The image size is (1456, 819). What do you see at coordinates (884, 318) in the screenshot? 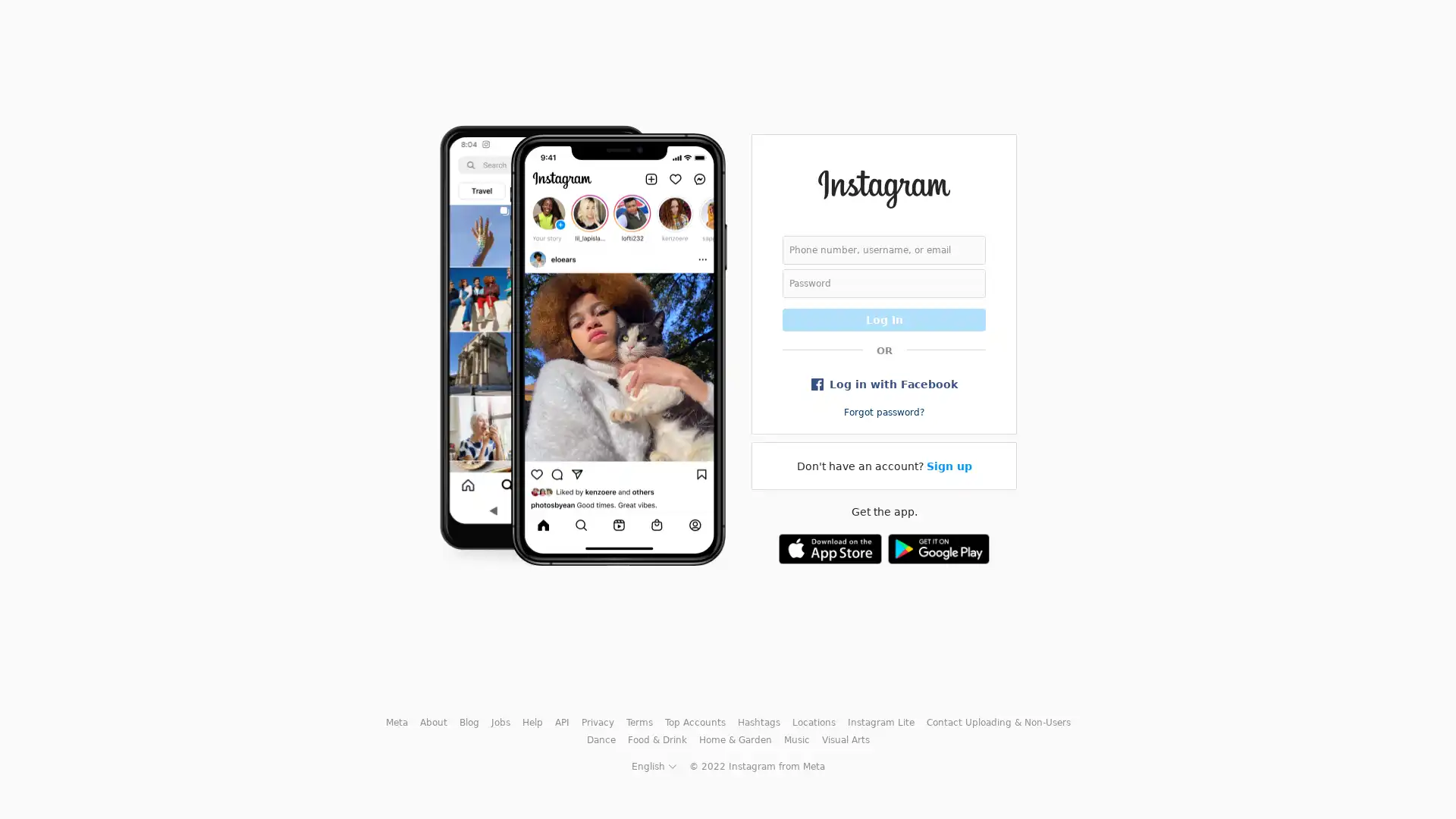
I see `Log In` at bounding box center [884, 318].